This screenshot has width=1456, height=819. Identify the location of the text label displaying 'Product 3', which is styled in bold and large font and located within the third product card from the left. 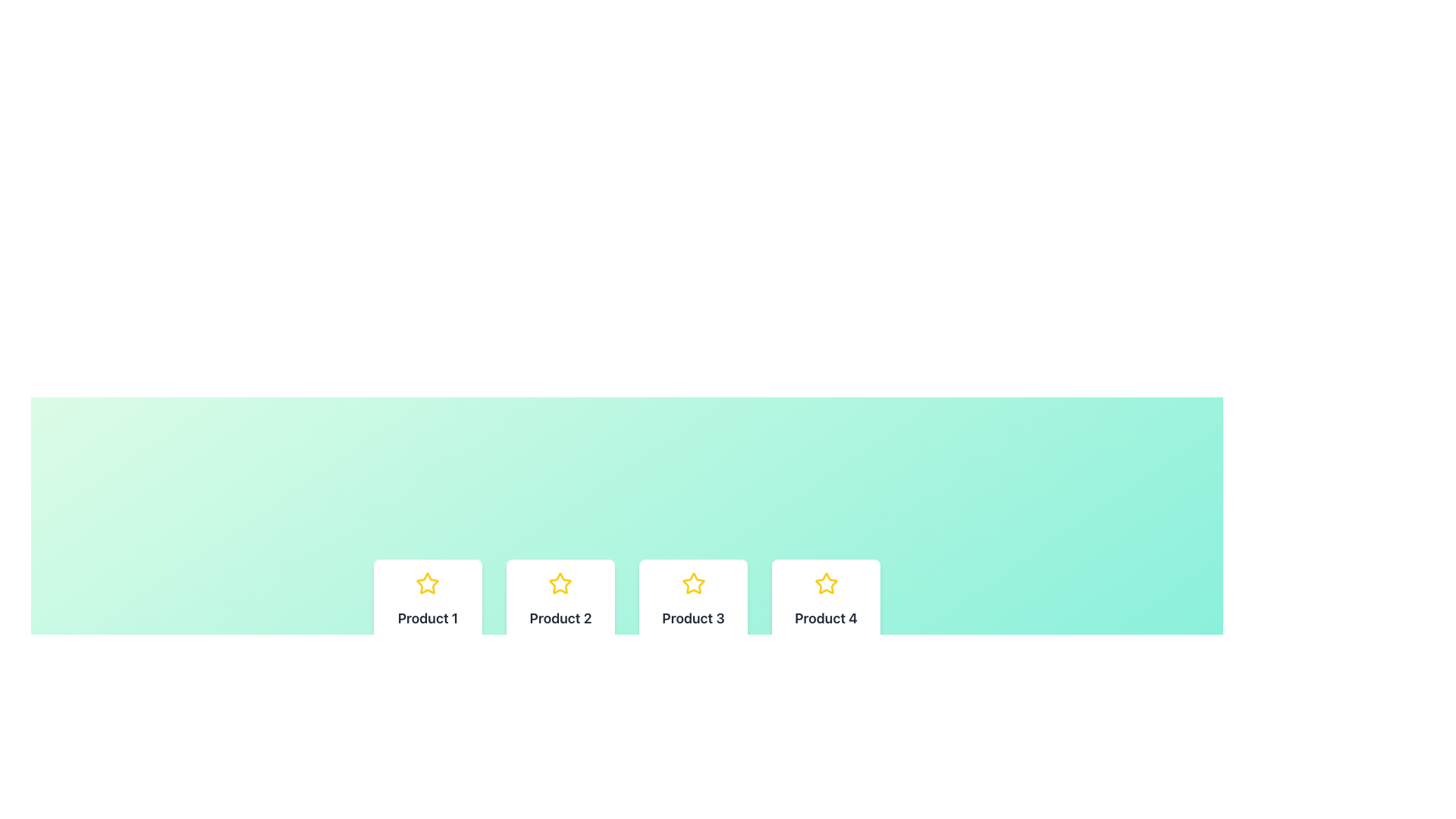
(692, 619).